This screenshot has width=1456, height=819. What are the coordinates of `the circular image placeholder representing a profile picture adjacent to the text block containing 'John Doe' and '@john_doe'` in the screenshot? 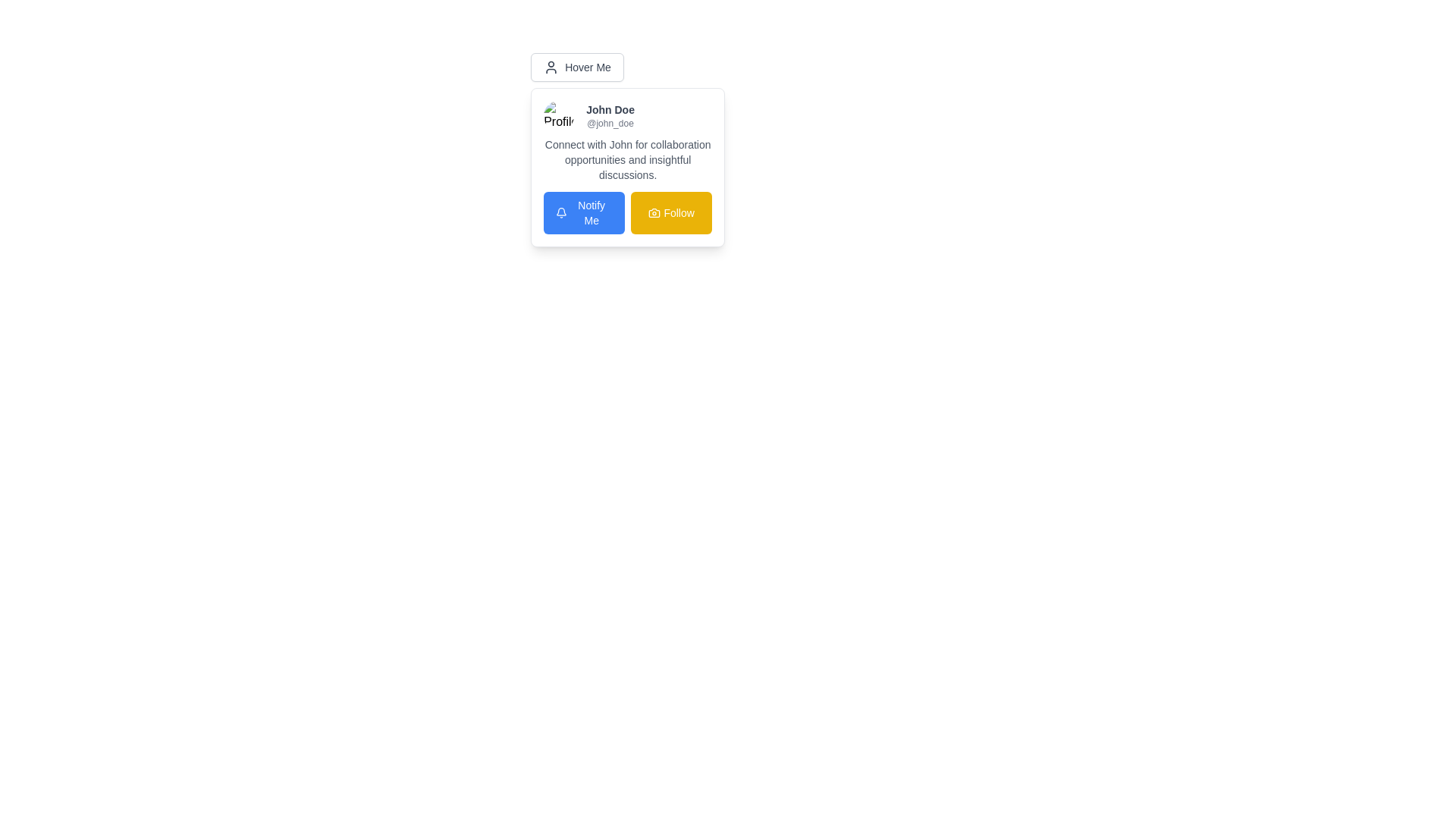 It's located at (558, 115).